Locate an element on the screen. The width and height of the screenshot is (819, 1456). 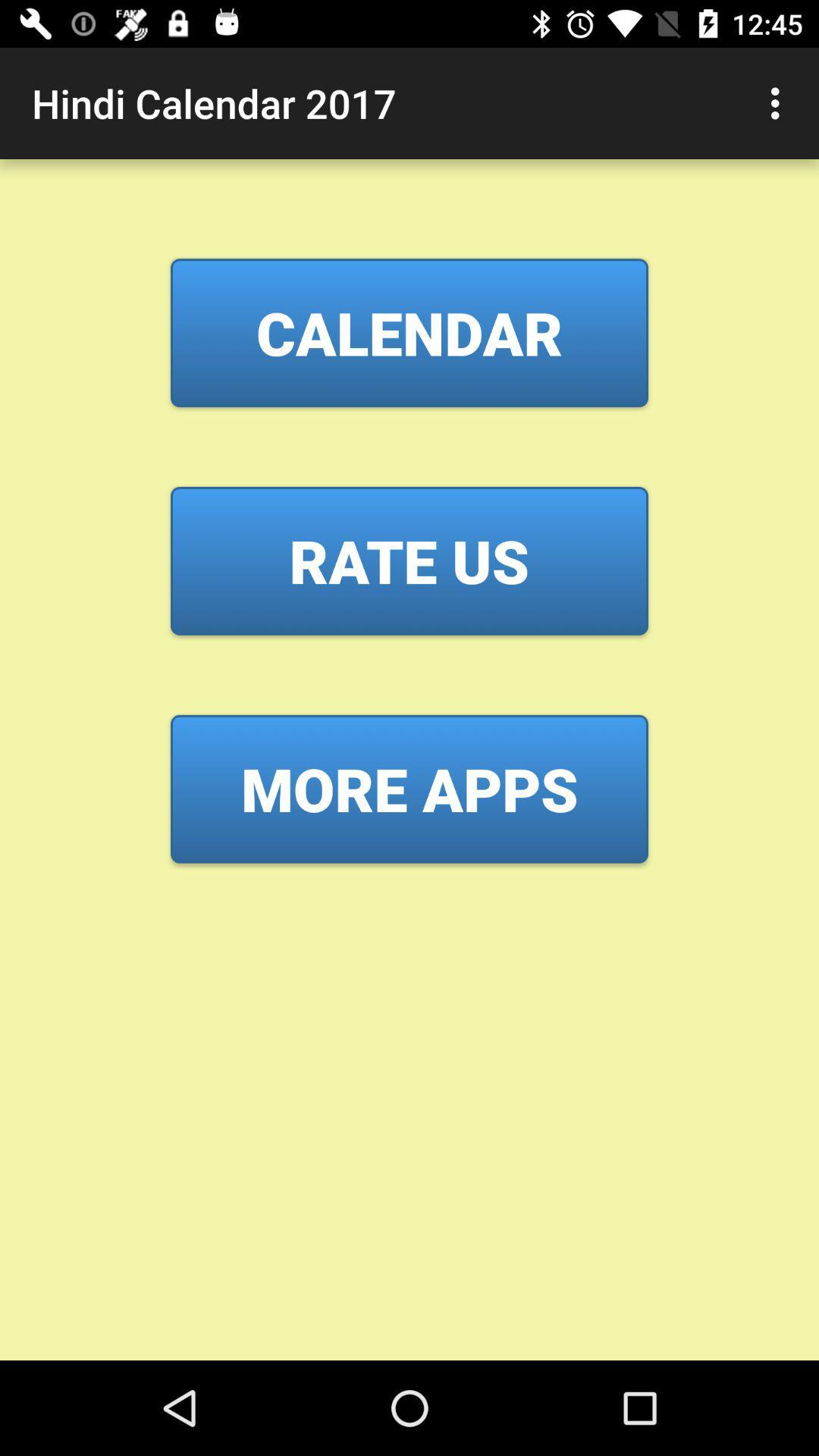
item at the top right corner is located at coordinates (779, 102).